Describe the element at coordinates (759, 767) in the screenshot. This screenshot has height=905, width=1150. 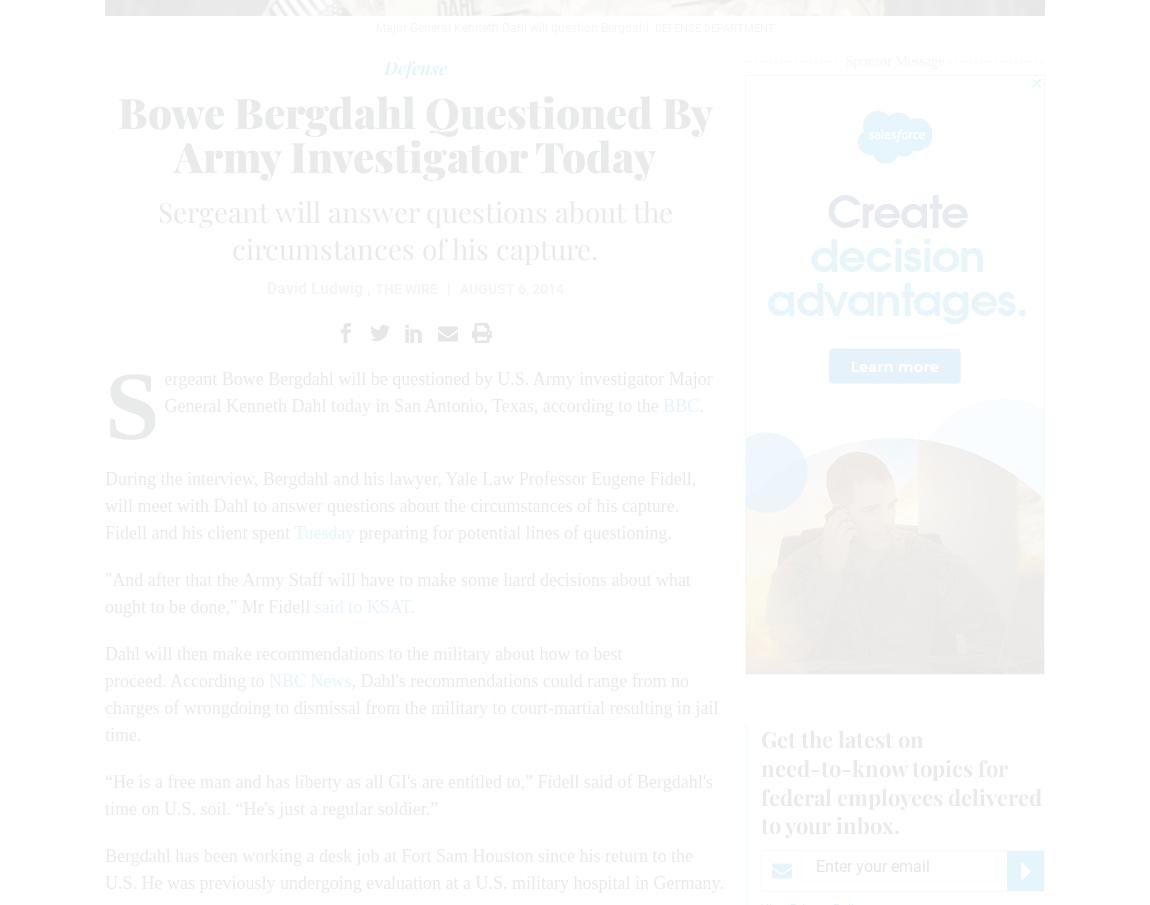
I see `'need-to-know'` at that location.